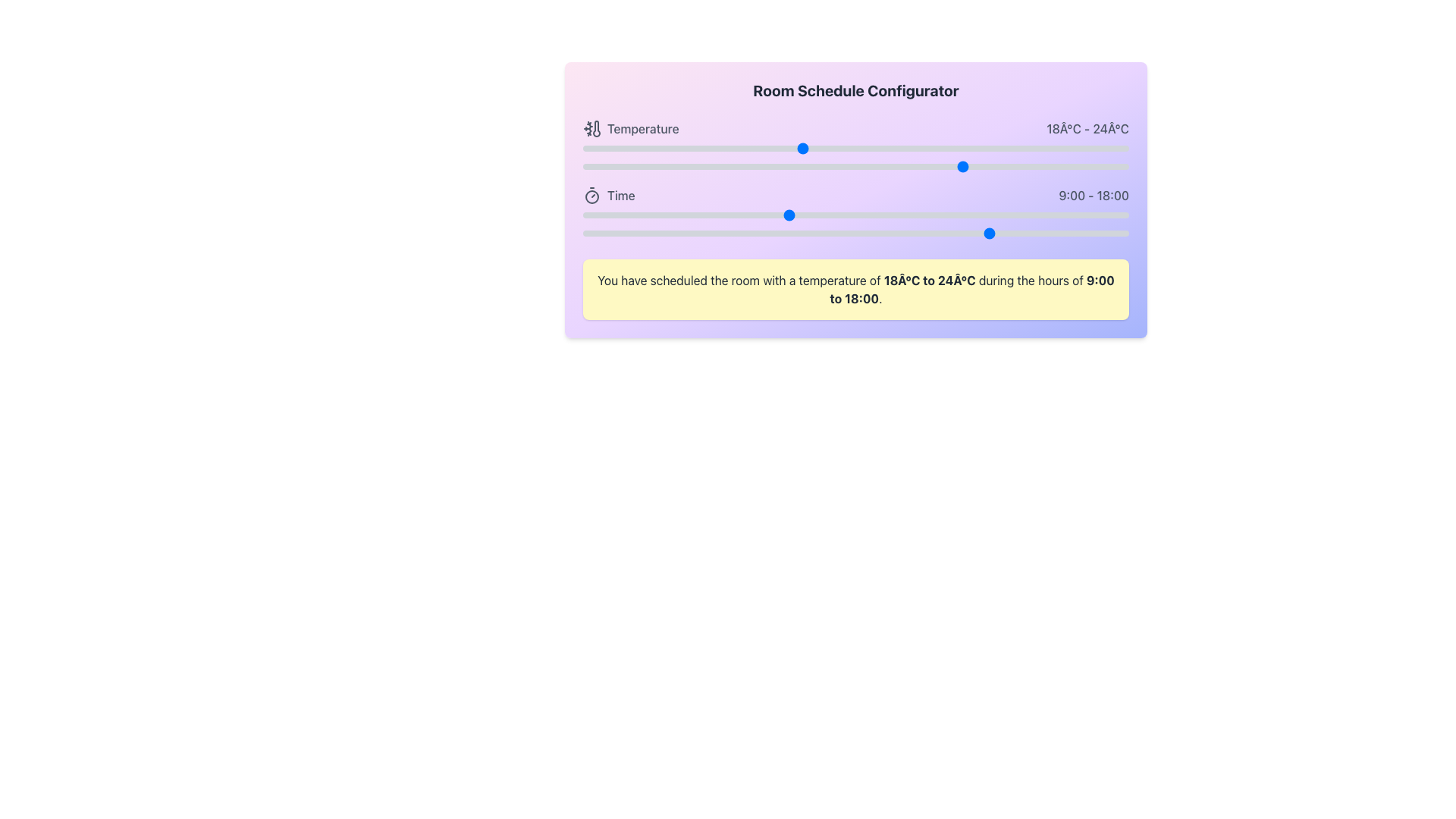  Describe the element at coordinates (855, 180) in the screenshot. I see `the sliders in the 'Room Schedule Configurator' section` at that location.